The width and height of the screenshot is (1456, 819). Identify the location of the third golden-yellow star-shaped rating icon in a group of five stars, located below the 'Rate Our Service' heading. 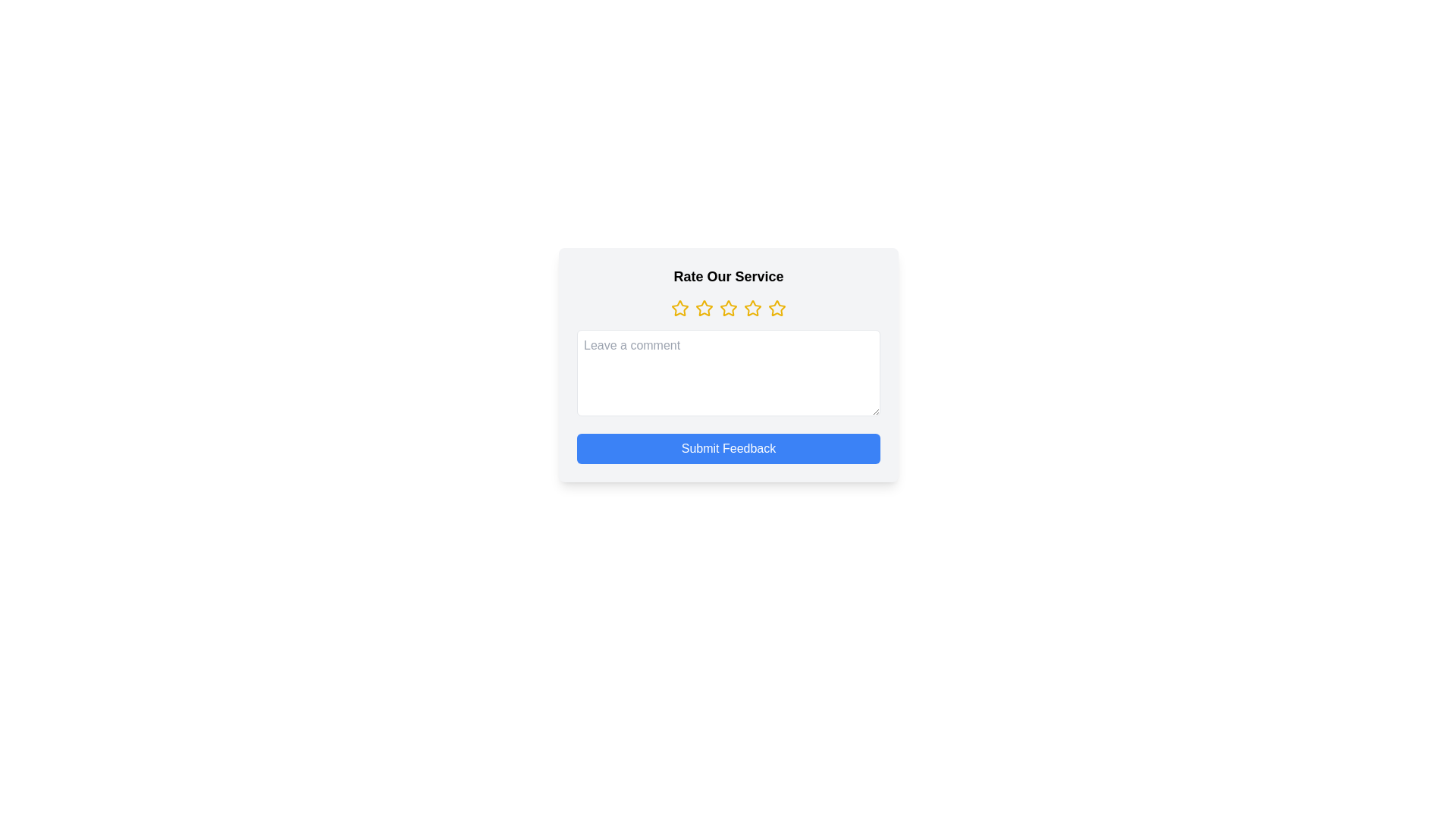
(704, 307).